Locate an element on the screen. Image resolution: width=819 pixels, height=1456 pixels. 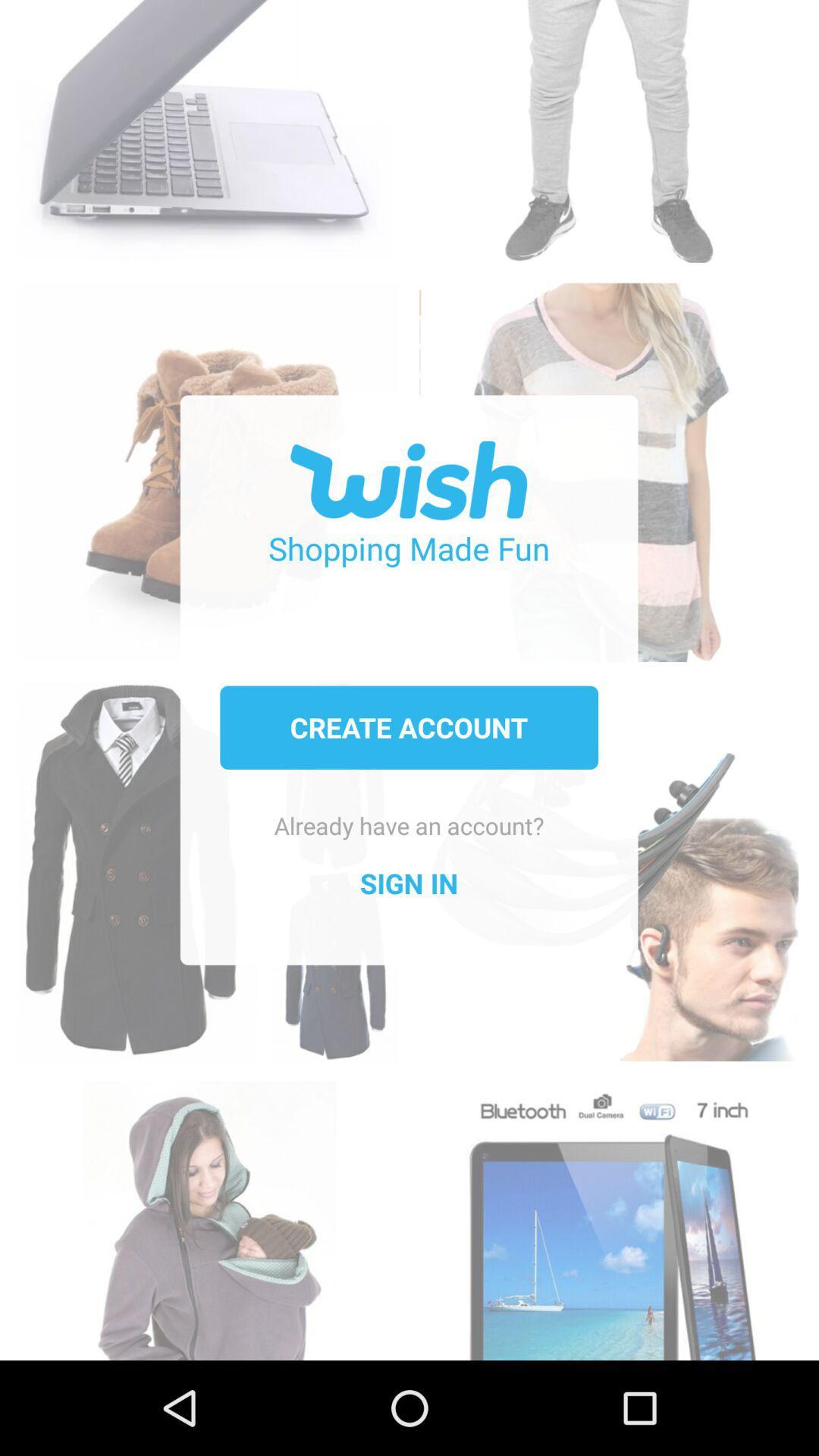
create account is located at coordinates (408, 726).